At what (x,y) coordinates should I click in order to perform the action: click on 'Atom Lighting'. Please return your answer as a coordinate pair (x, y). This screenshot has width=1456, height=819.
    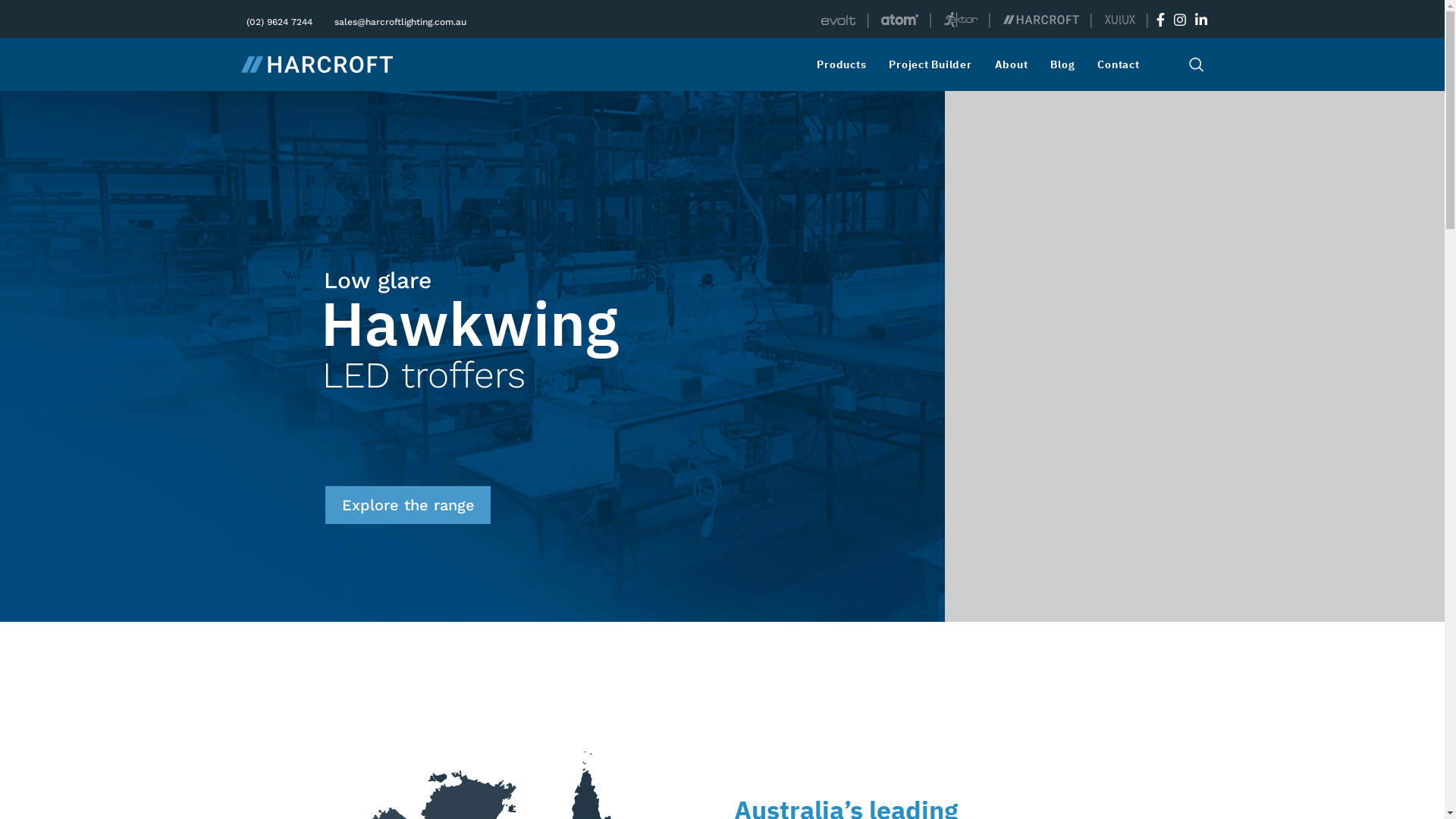
    Looking at the image, I should click on (899, 20).